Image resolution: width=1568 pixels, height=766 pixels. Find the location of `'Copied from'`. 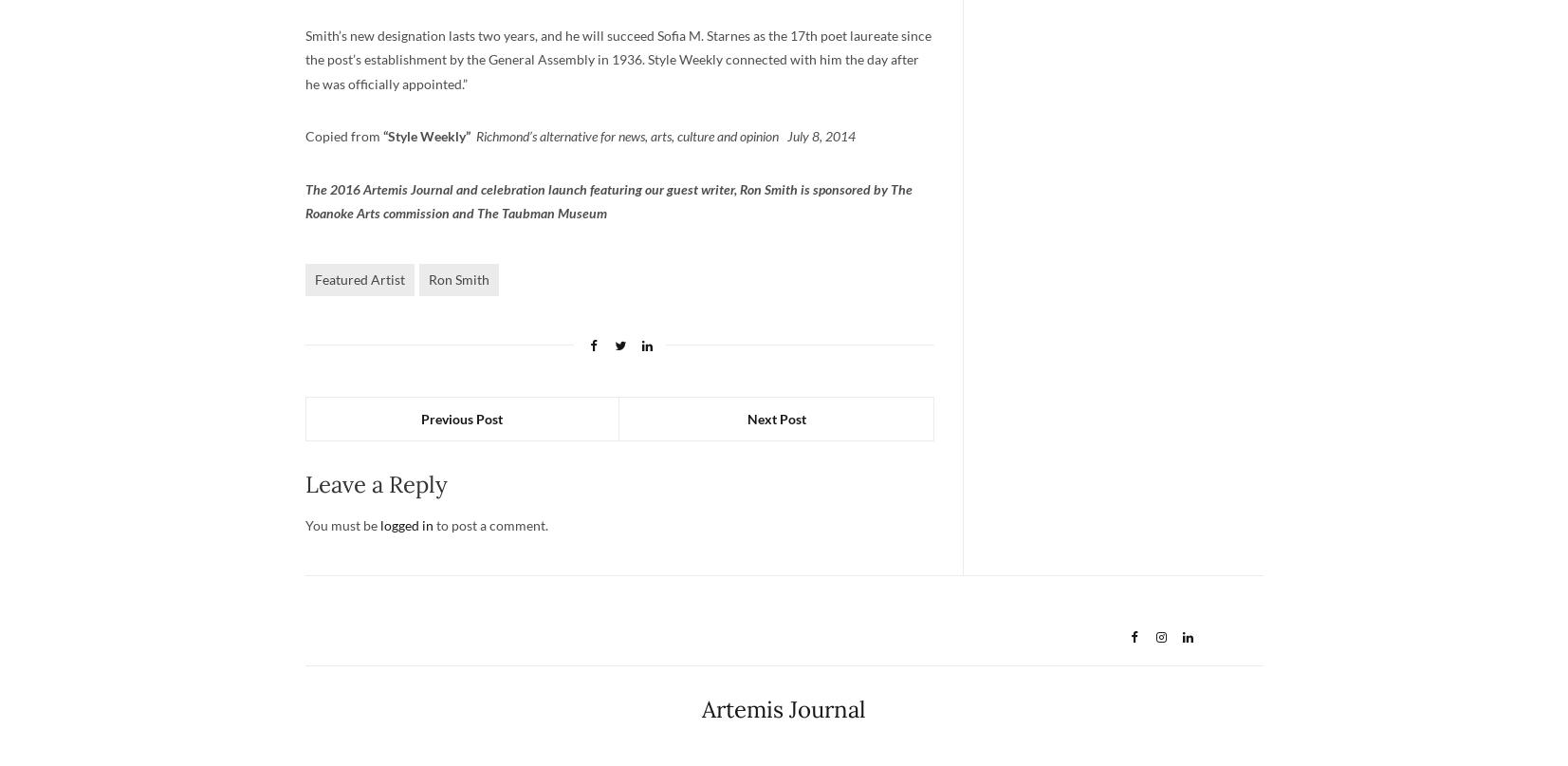

'Copied from' is located at coordinates (304, 135).